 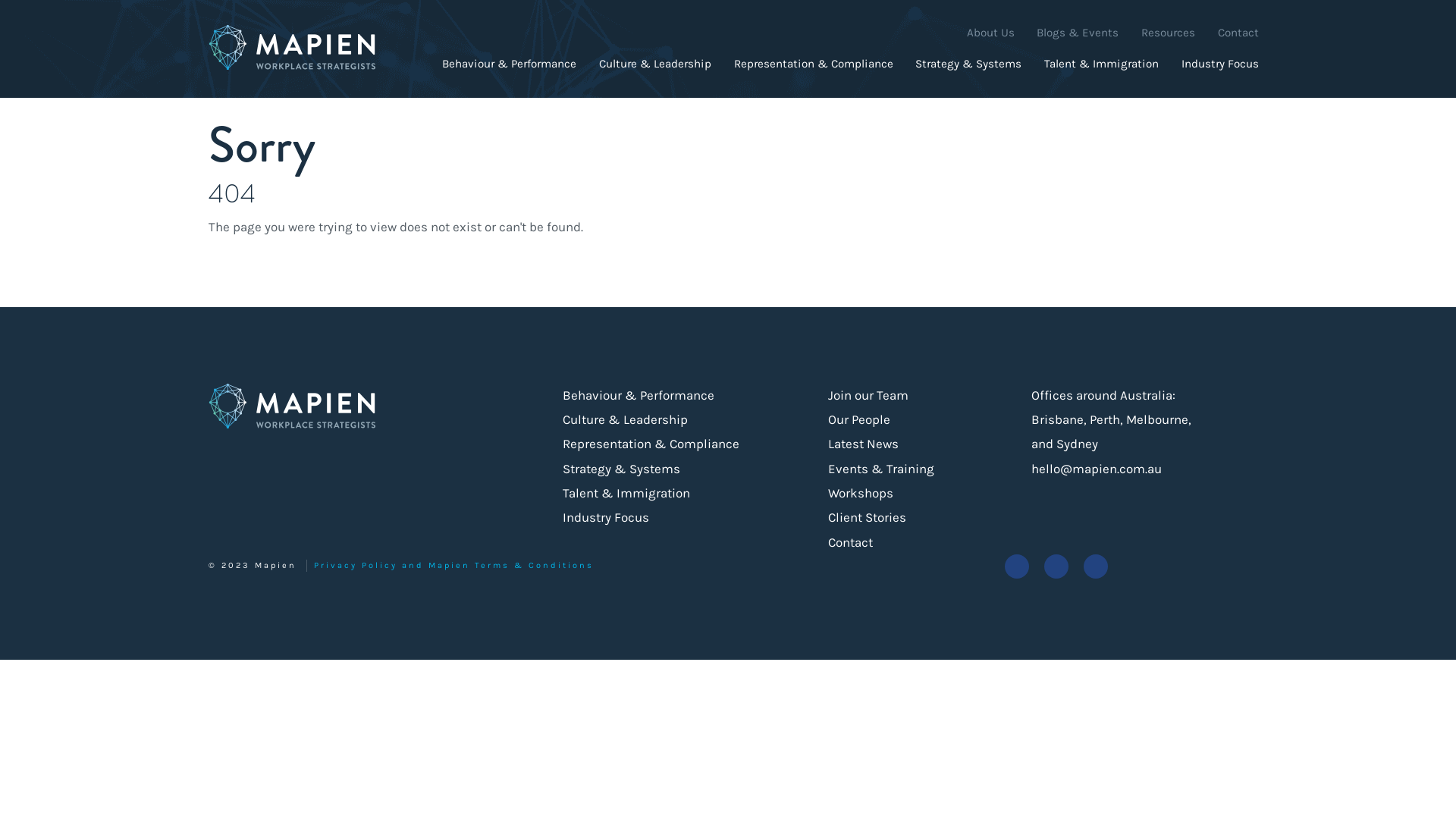 I want to click on 'Representation & Compliance', so click(x=734, y=62).